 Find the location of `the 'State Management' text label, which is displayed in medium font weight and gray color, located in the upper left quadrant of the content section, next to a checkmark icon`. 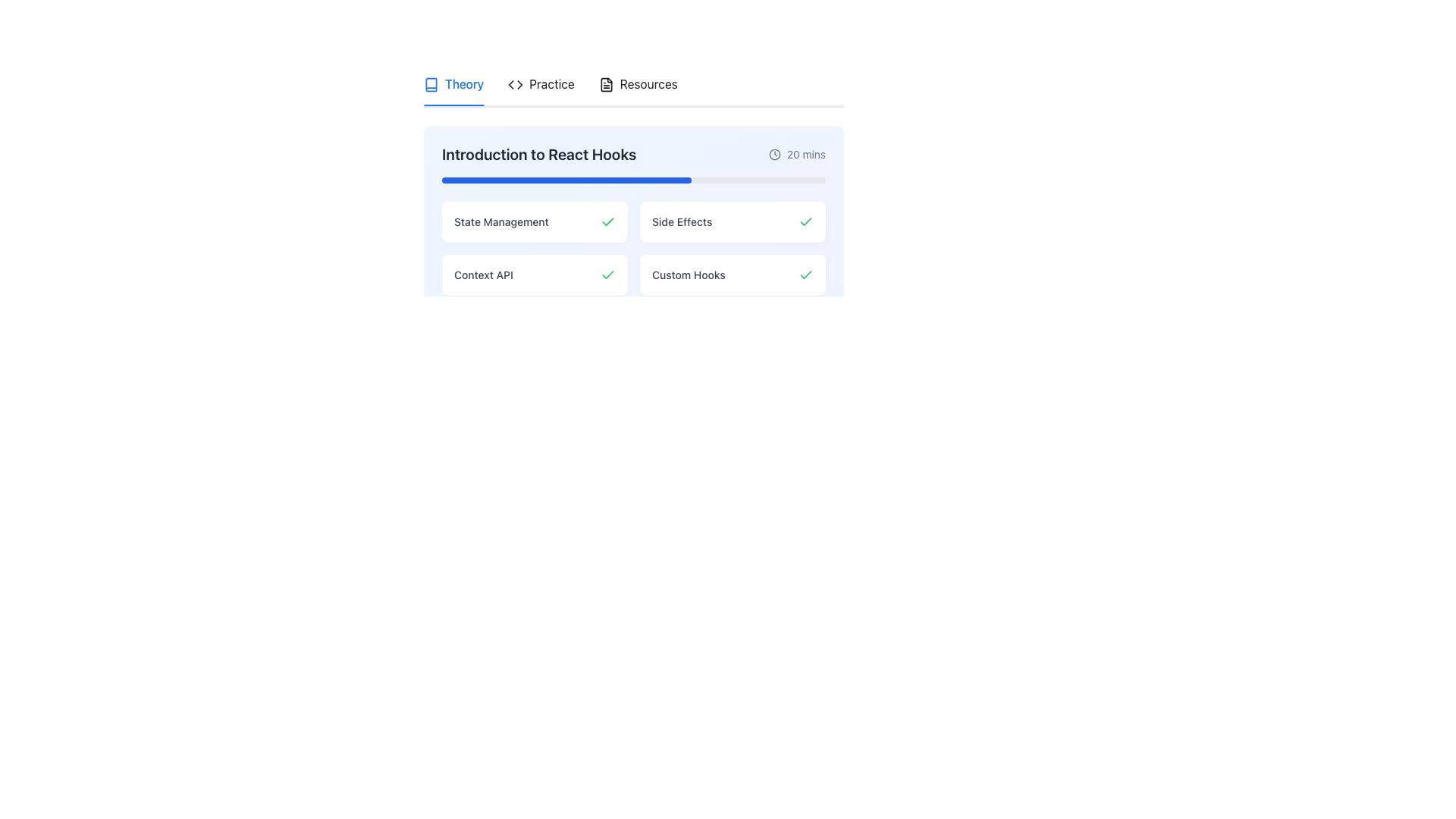

the 'State Management' text label, which is displayed in medium font weight and gray color, located in the upper left quadrant of the content section, next to a checkmark icon is located at coordinates (501, 222).